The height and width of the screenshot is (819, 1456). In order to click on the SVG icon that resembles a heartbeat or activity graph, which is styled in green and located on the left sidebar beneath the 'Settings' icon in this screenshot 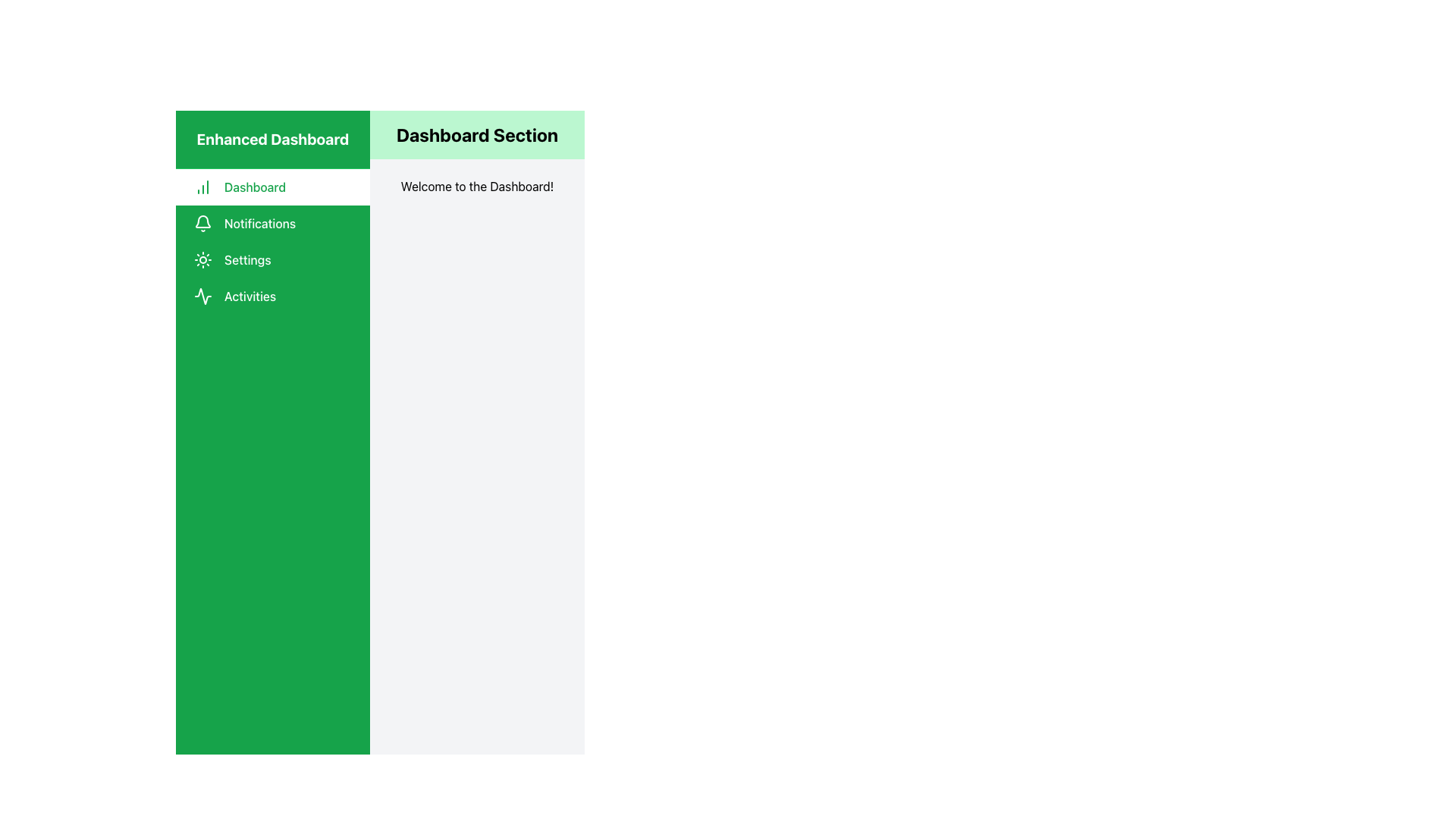, I will do `click(202, 296)`.